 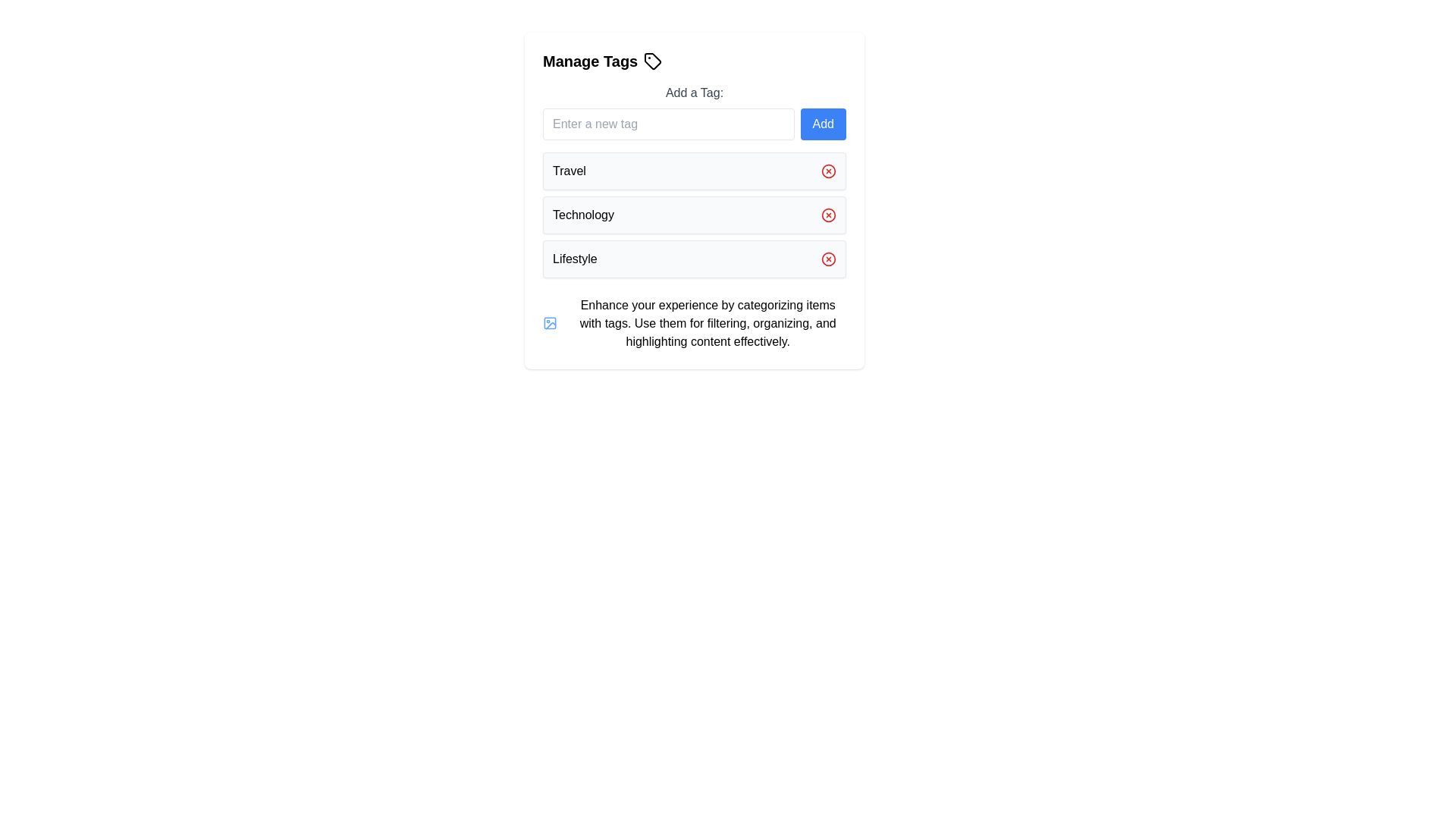 I want to click on the 'Technology' text label in the 'Manage Tags' interface, which is located as the second item in a vertical list, to access adjacent actionable components, so click(x=582, y=215).